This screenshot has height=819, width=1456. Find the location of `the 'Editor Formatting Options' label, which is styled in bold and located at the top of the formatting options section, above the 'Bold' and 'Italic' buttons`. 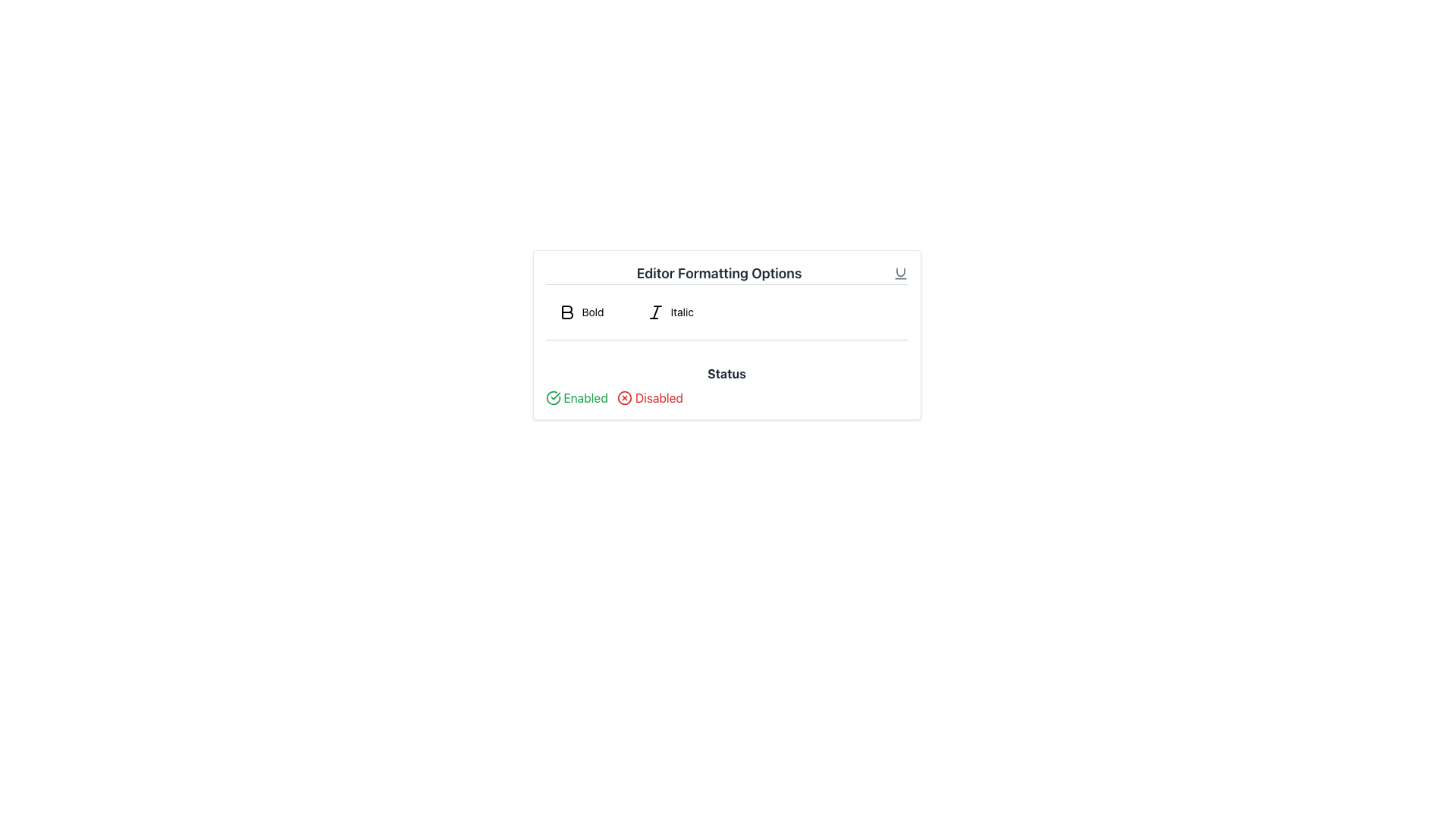

the 'Editor Formatting Options' label, which is styled in bold and located at the top of the formatting options section, above the 'Bold' and 'Italic' buttons is located at coordinates (726, 274).